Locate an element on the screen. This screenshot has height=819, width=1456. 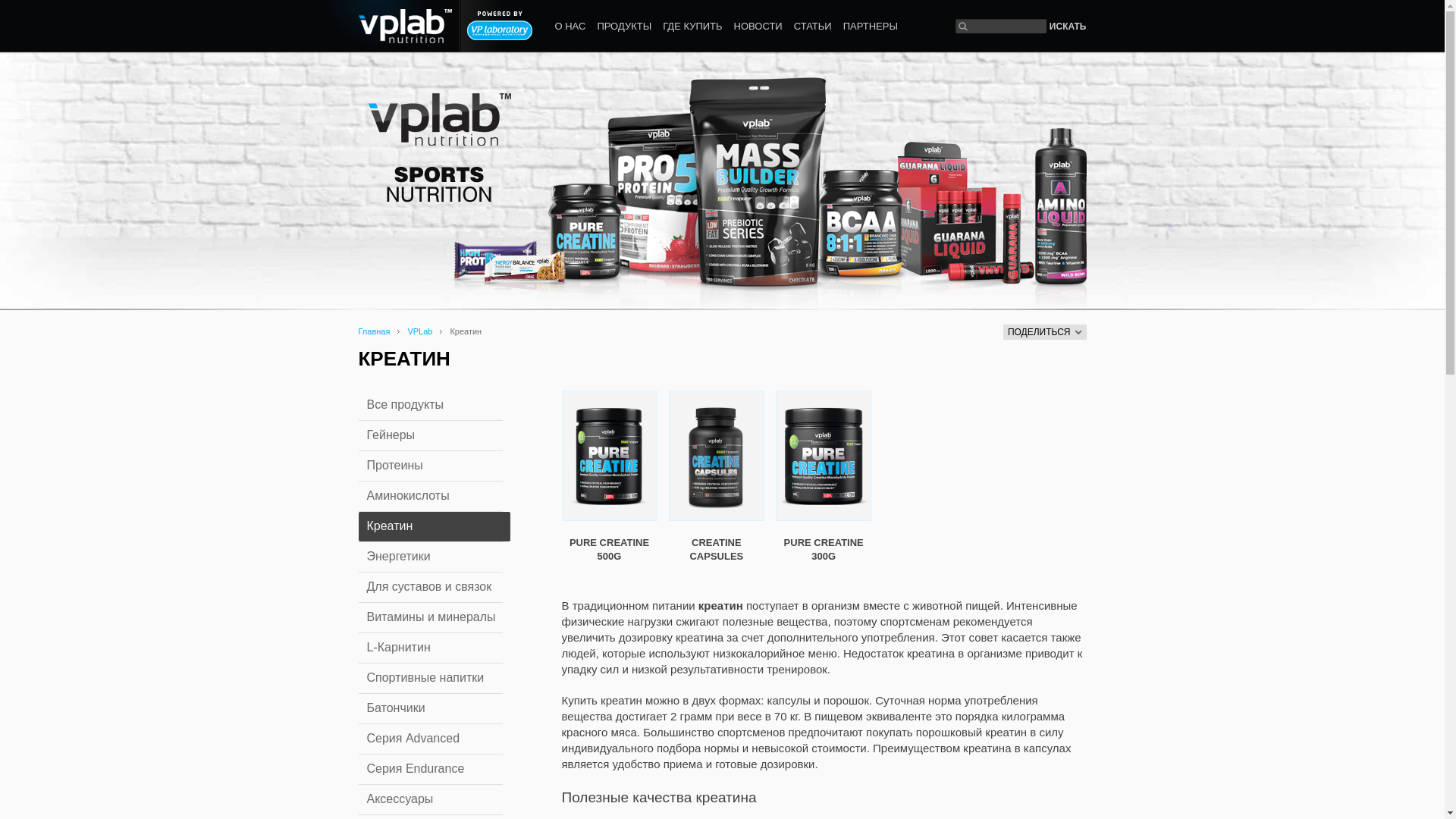
'vplab nutrition' is located at coordinates (384, 26).